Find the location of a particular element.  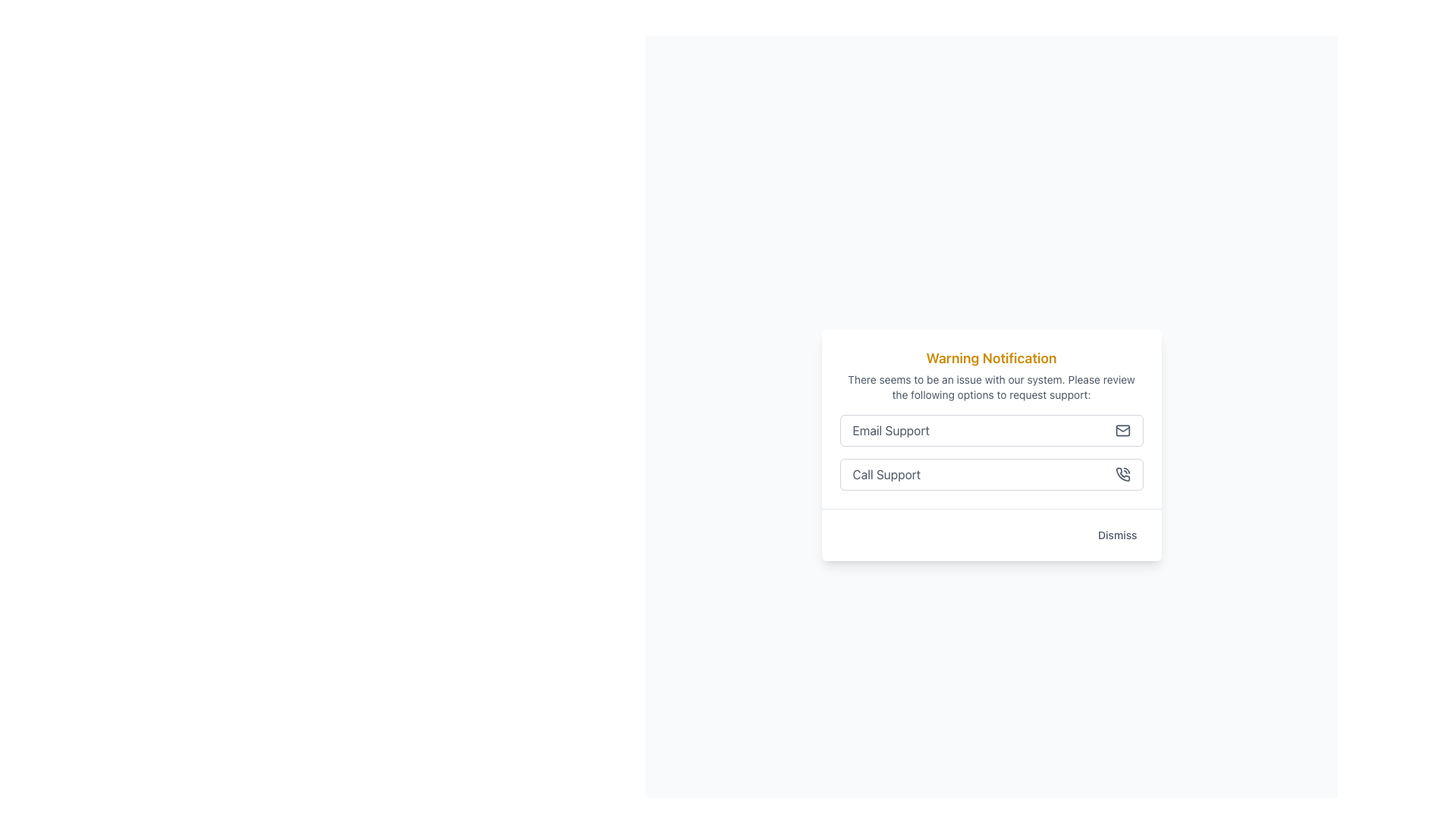

the 'Email Support' button which contains the icon for contacting support via email, located in the notification panel under the 'Warning Notification' message is located at coordinates (1122, 430).